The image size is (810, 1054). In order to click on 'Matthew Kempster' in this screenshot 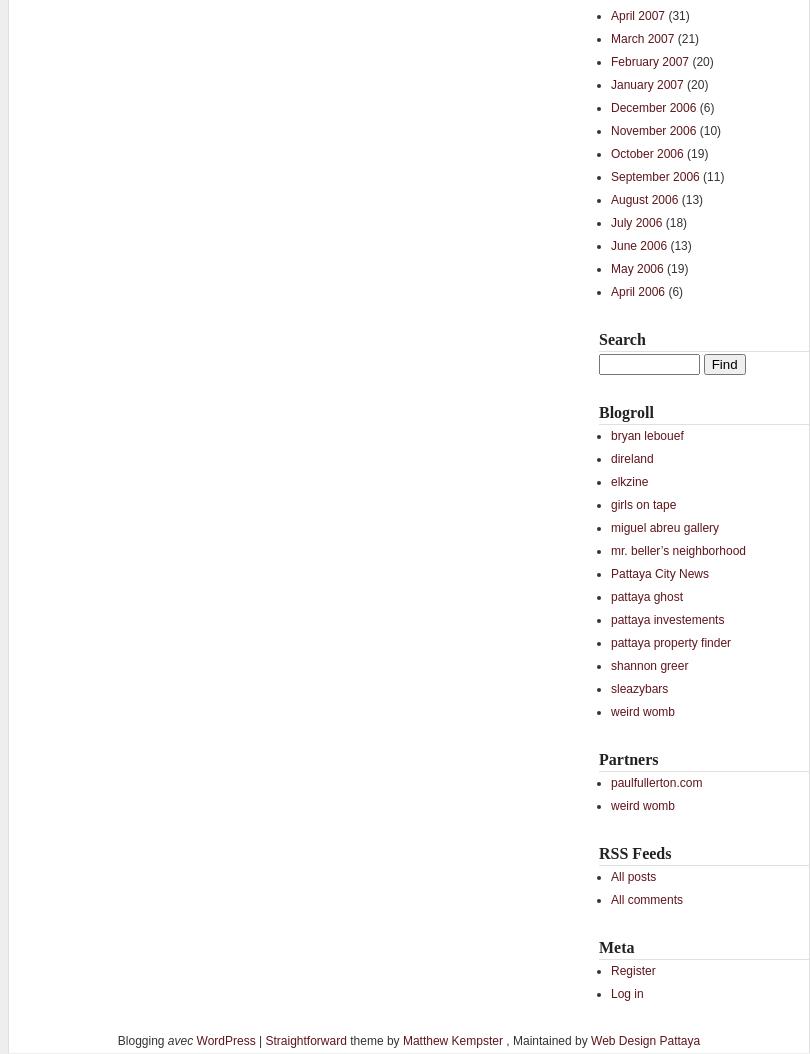, I will do `click(451, 1040)`.